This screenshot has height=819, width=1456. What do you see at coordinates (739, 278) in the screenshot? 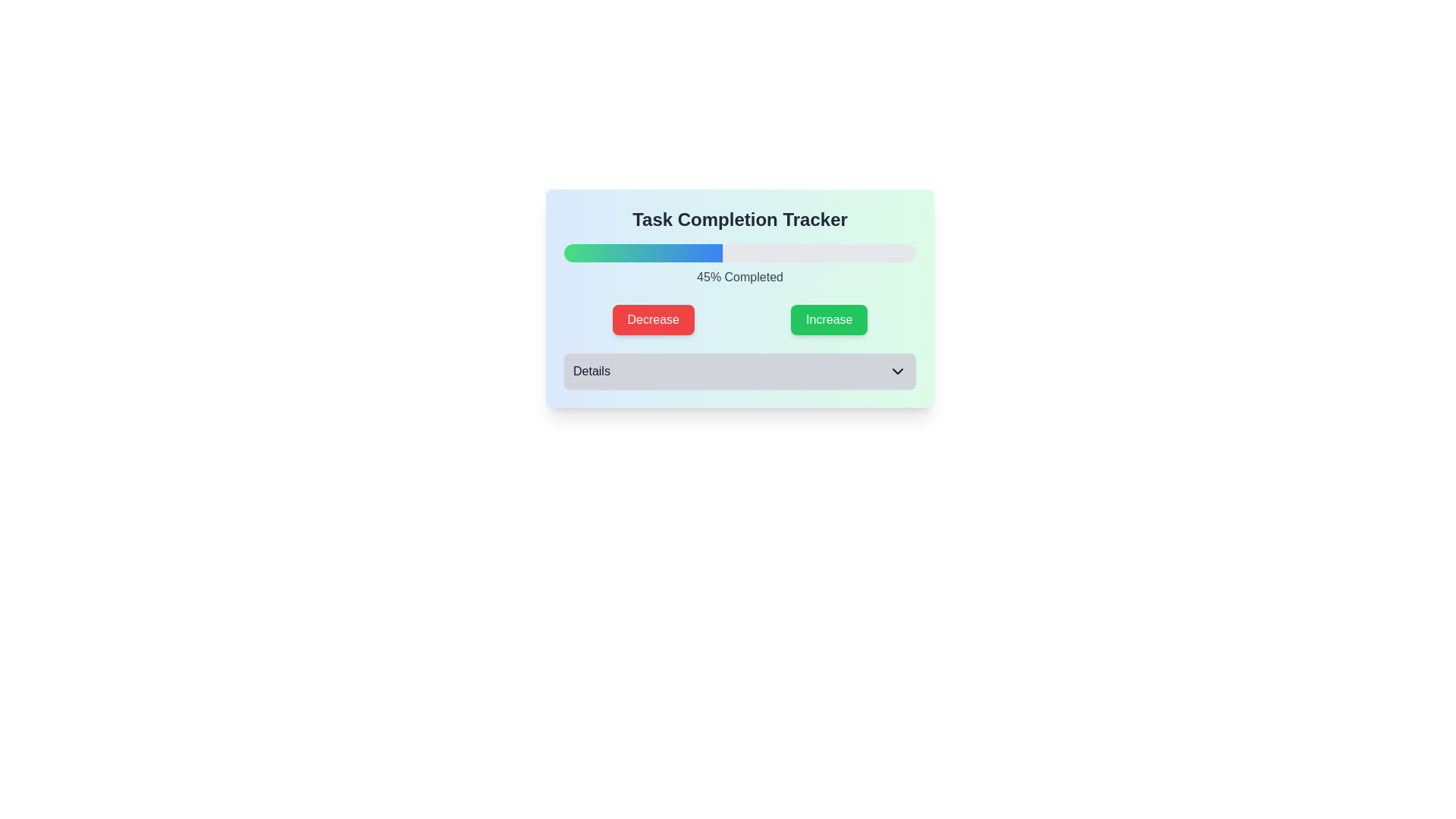
I see `the text label displaying '45% Completed', which is styled with a medium grey font and positioned below the progress bar and above the 'Decrease' and 'Increase' buttons` at bounding box center [739, 278].